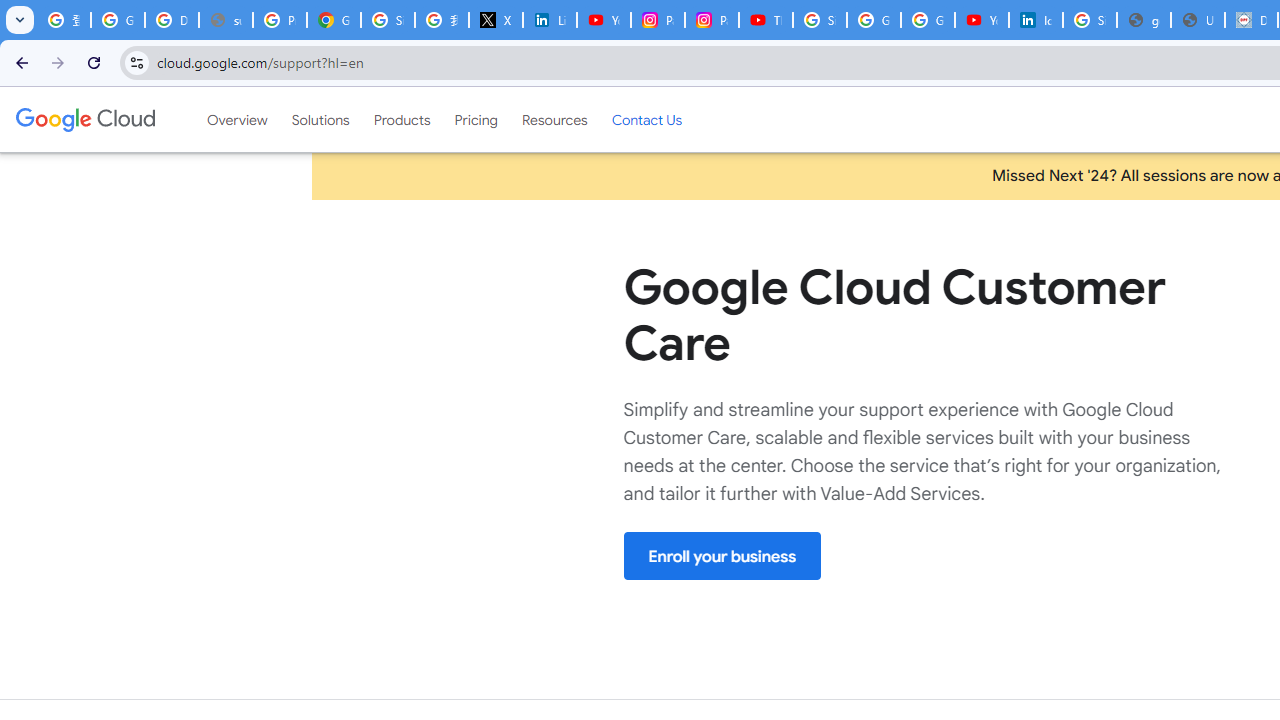 Image resolution: width=1280 pixels, height=720 pixels. Describe the element at coordinates (400, 119) in the screenshot. I see `'Products'` at that location.